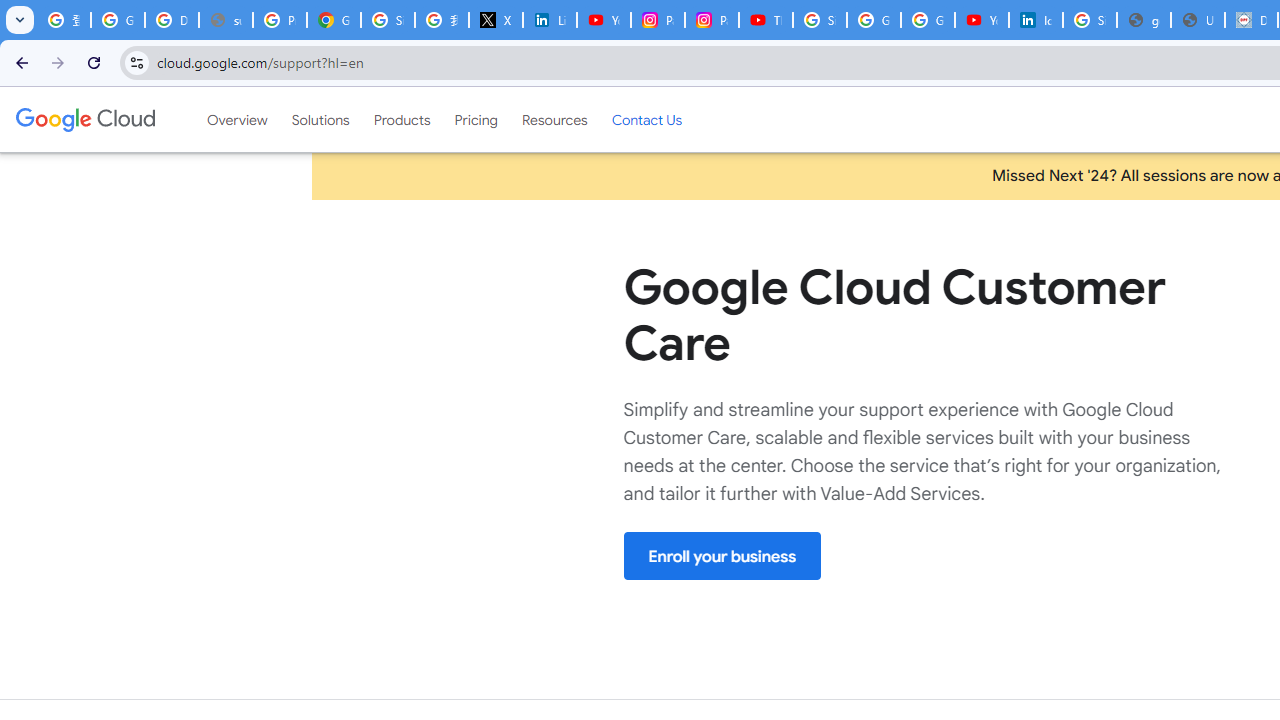 Image resolution: width=1280 pixels, height=720 pixels. Describe the element at coordinates (400, 119) in the screenshot. I see `'Products'` at that location.